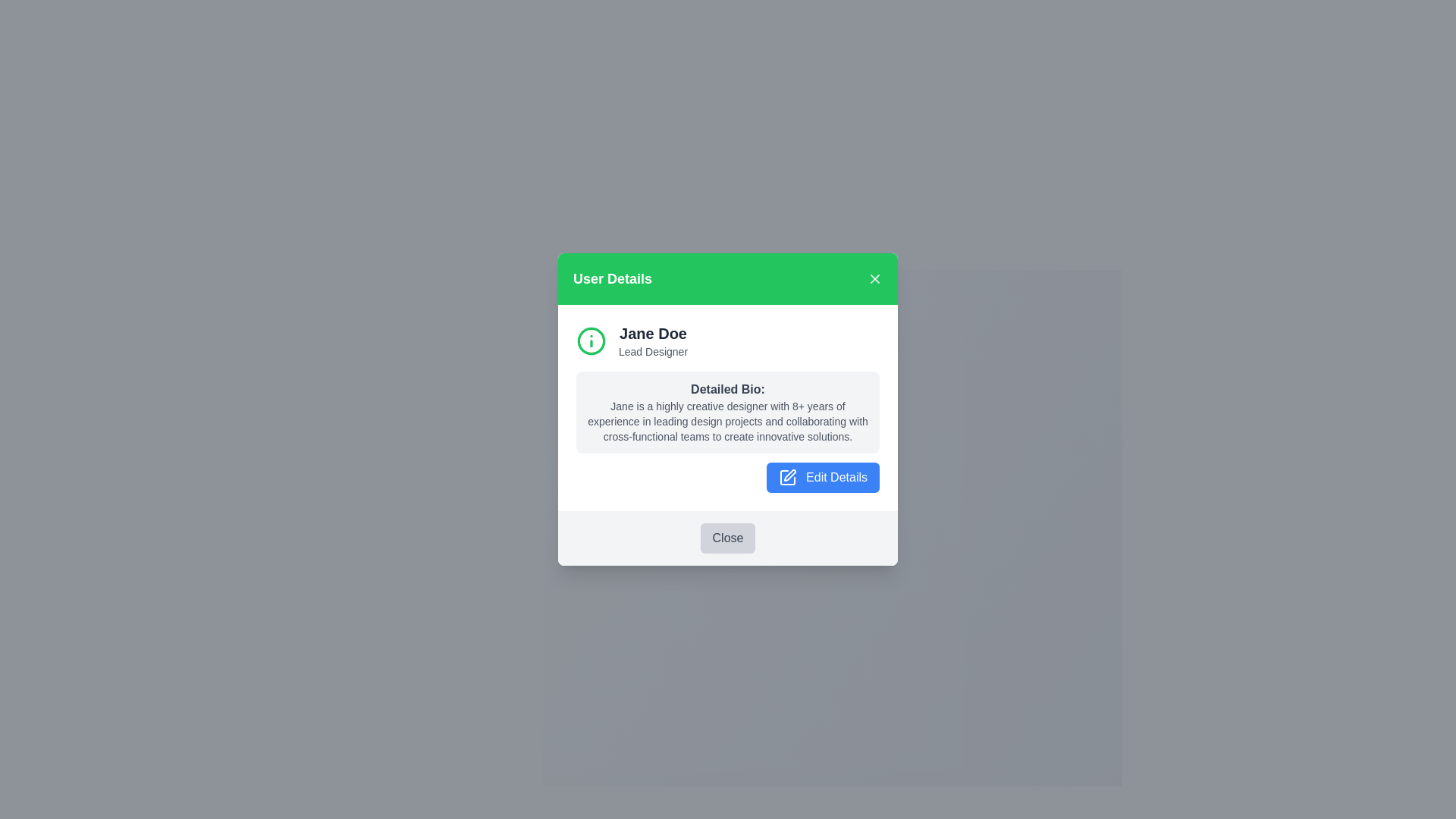  Describe the element at coordinates (590, 339) in the screenshot. I see `the decorative icon that identifies the informational block about the user, located to the left of the text block containing 'Jane Doe' and 'Lead Designer'` at that location.